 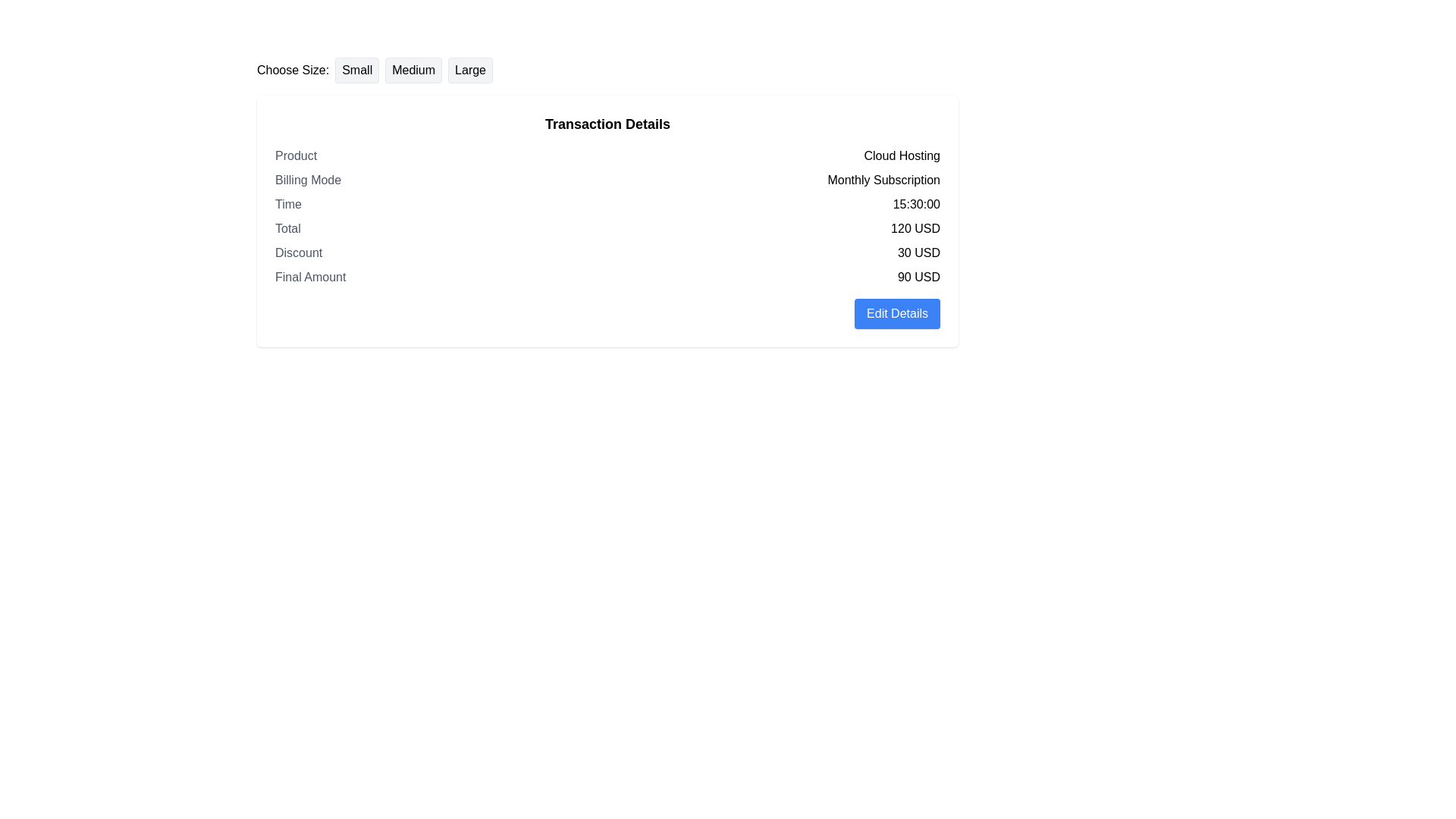 I want to click on the text element that displays the current time in 'HH:MM:SS' format, located to the right of the 'Time' label, so click(x=915, y=205).